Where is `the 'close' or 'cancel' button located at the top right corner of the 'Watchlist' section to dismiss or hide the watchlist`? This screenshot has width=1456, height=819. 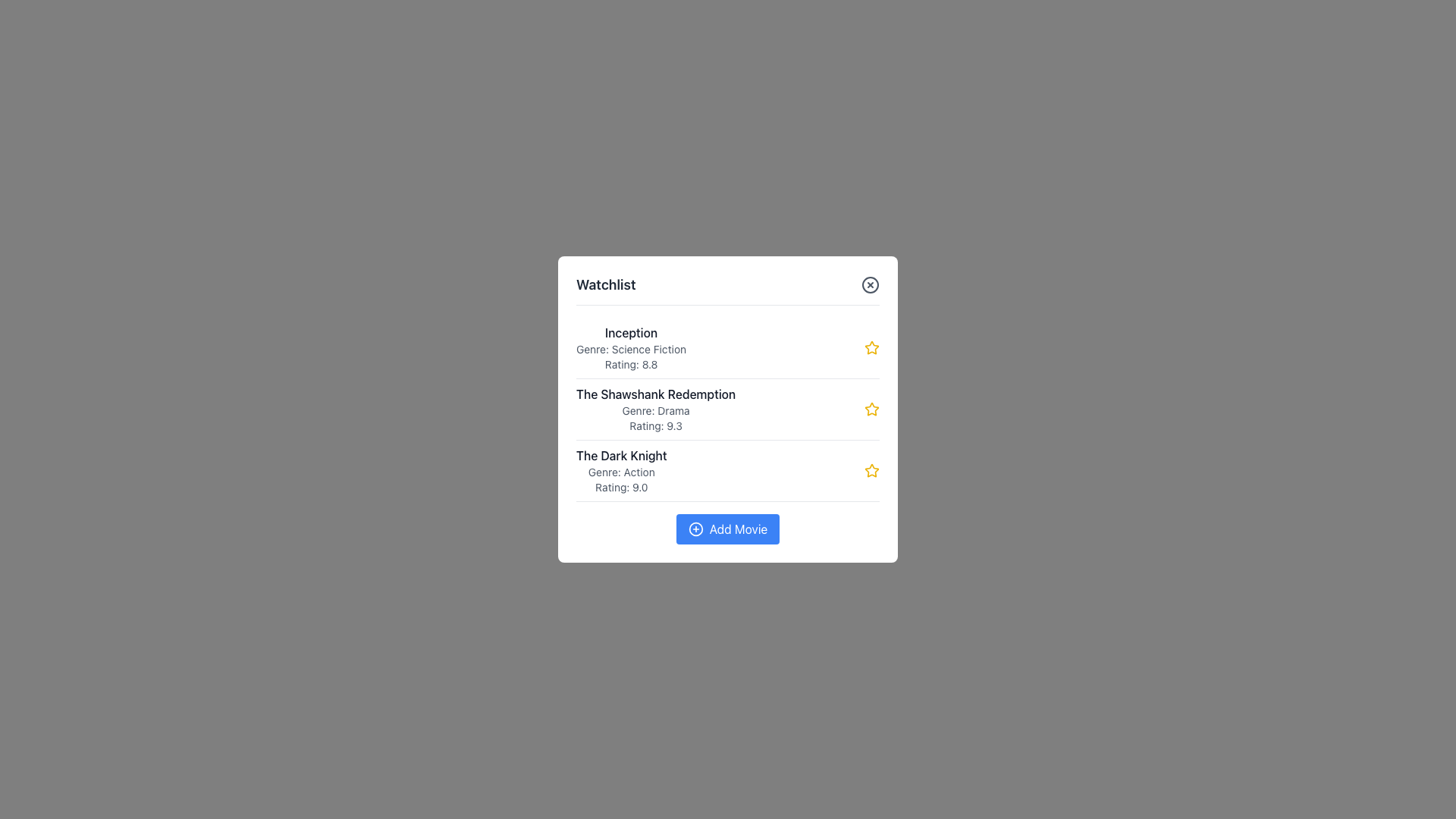 the 'close' or 'cancel' button located at the top right corner of the 'Watchlist' section to dismiss or hide the watchlist is located at coordinates (870, 284).